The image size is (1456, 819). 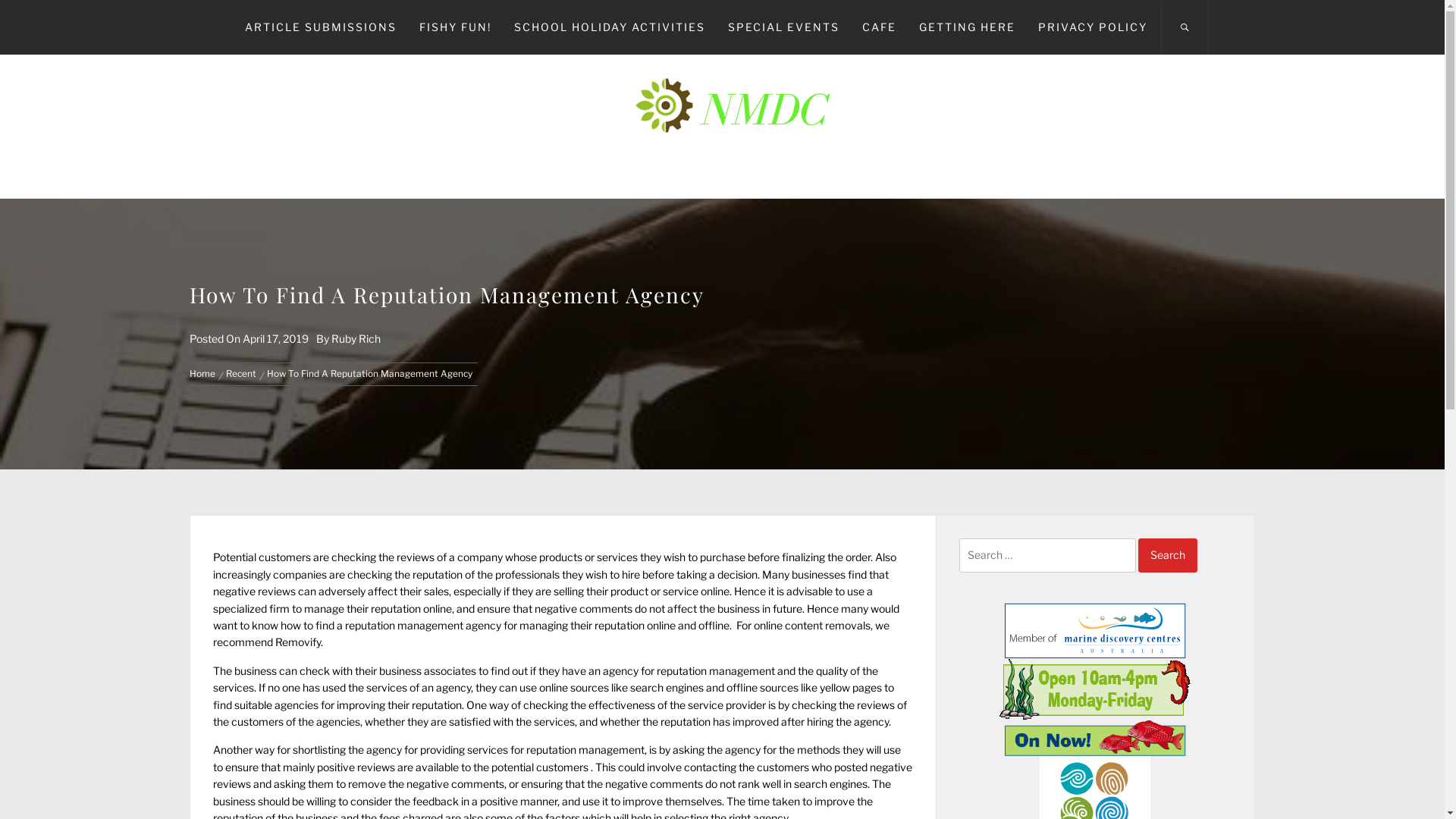 I want to click on 'SCHOOL HOLIDAY ACTIVITIES', so click(x=608, y=27).